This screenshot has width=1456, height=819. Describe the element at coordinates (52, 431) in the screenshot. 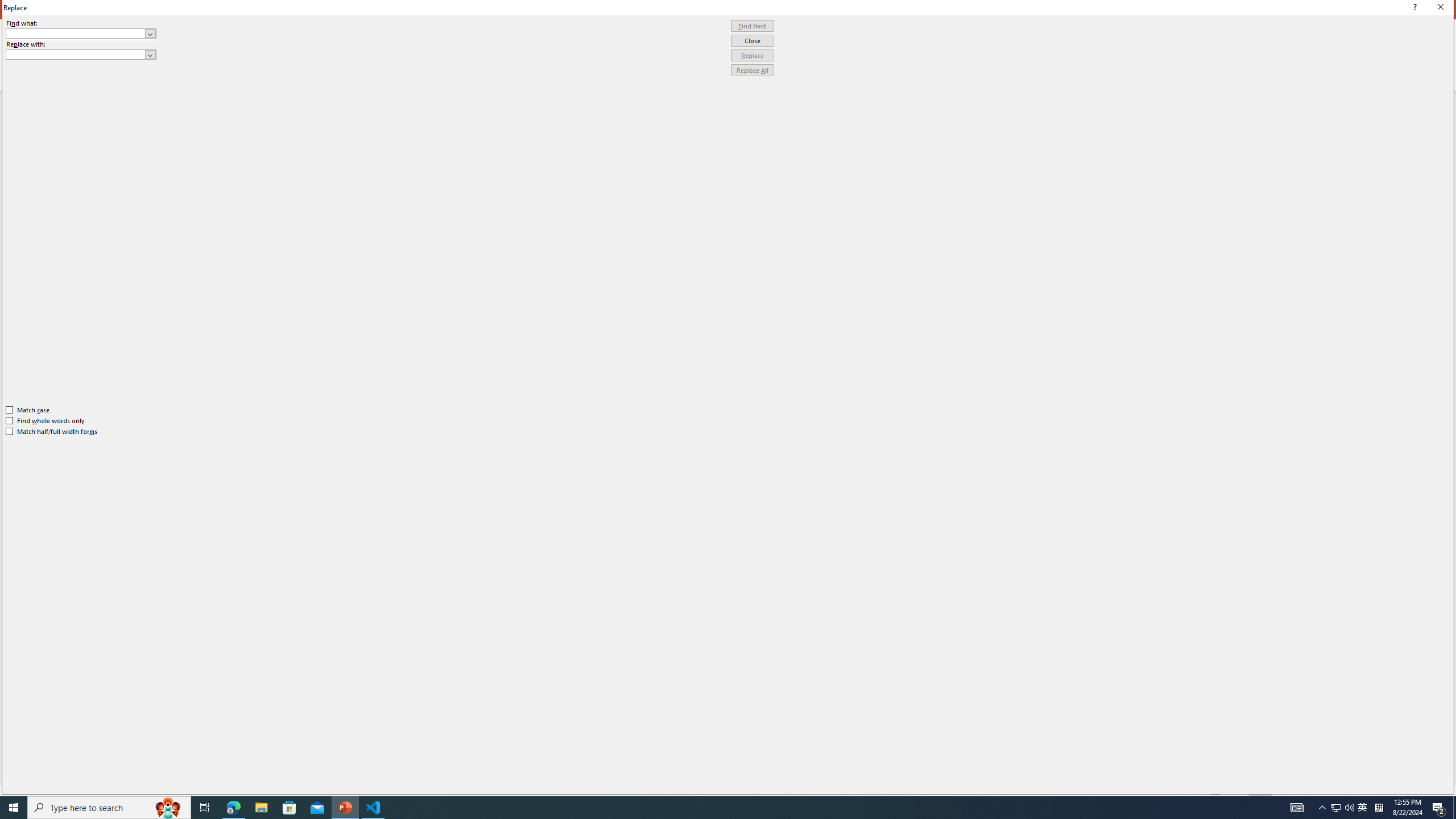

I see `'Match half/full width forms'` at that location.